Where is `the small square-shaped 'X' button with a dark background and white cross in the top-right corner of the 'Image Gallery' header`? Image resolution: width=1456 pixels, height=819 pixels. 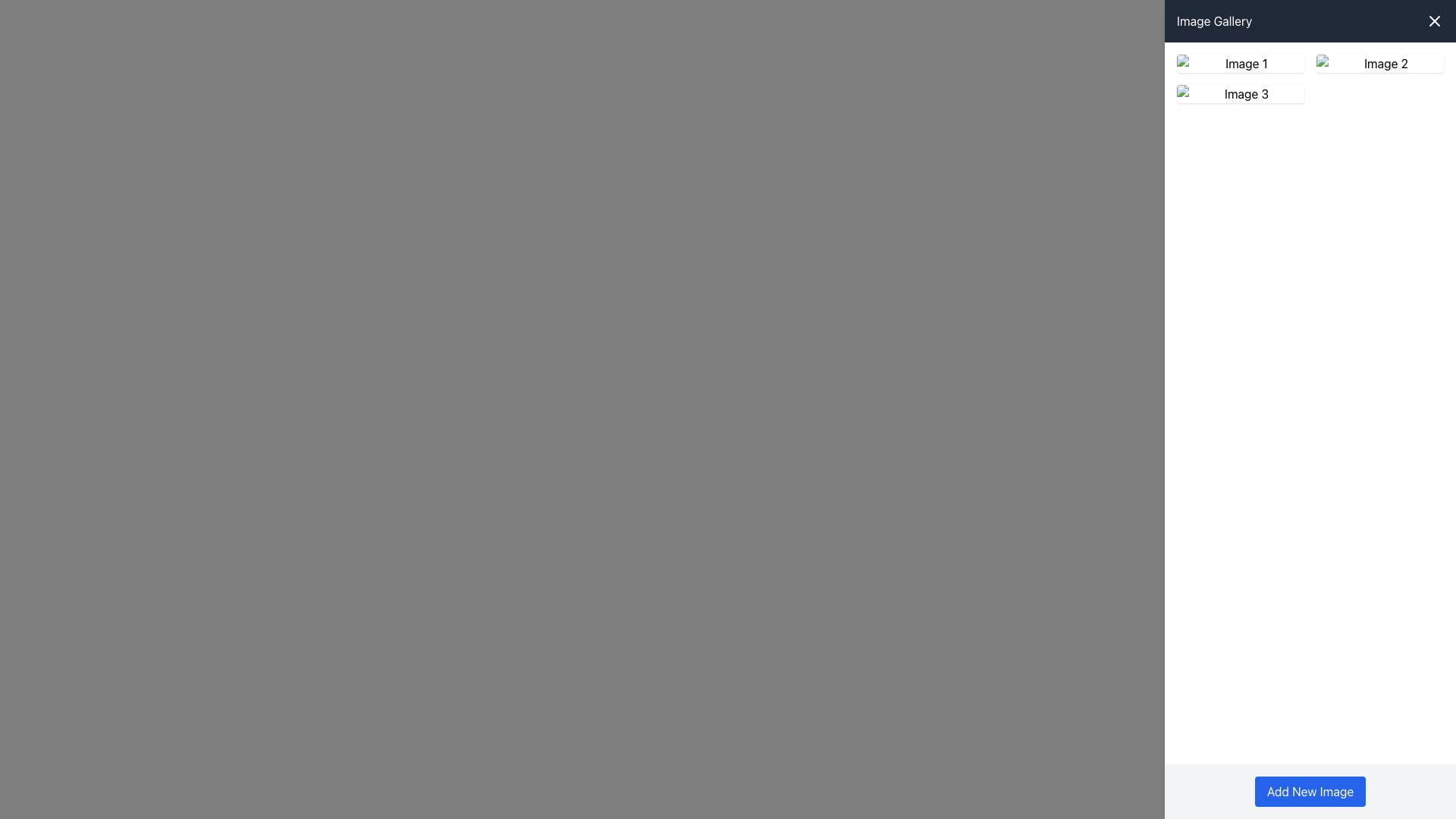
the small square-shaped 'X' button with a dark background and white cross in the top-right corner of the 'Image Gallery' header is located at coordinates (1433, 20).